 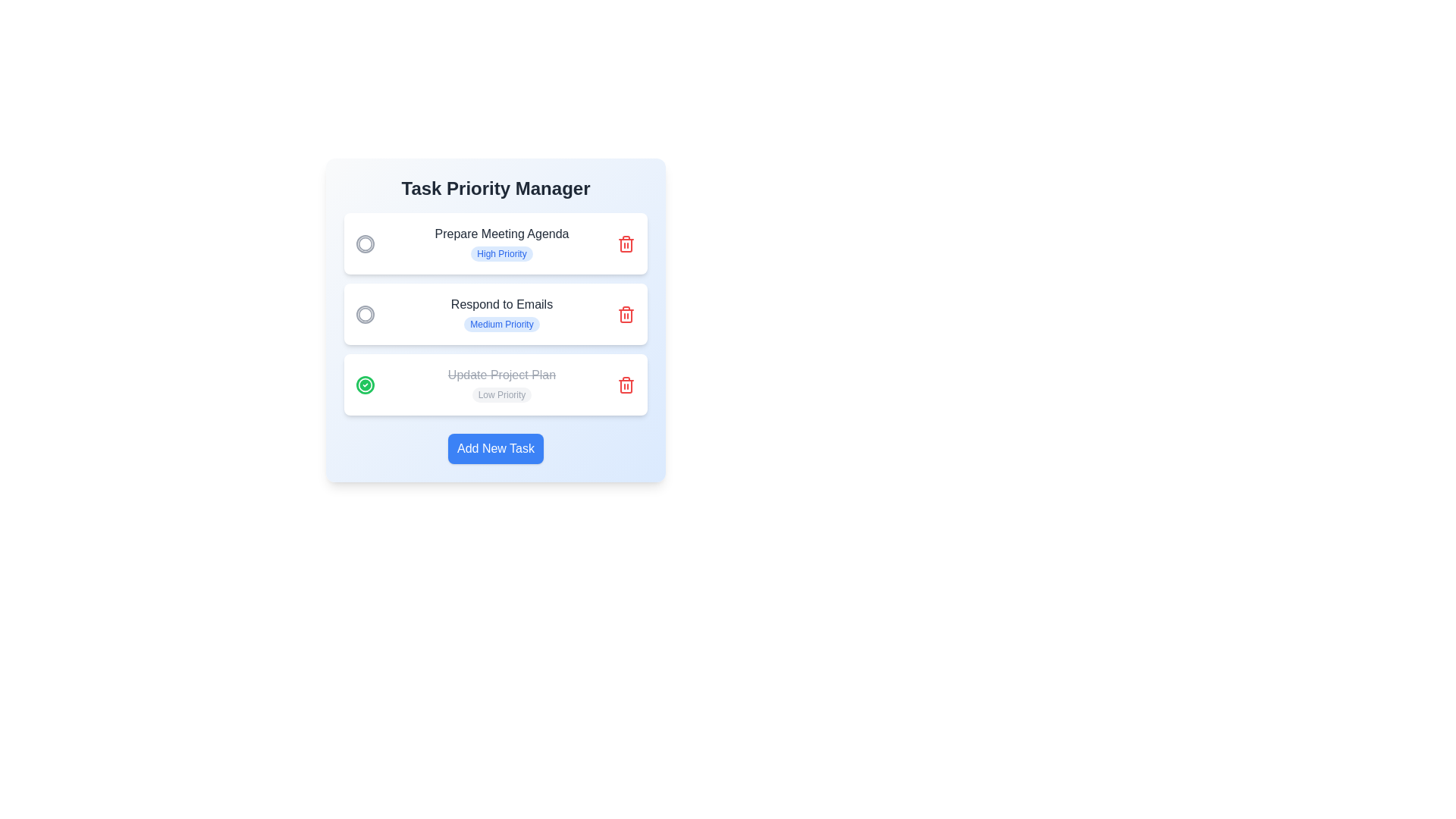 I want to click on the circular indicator icon with a grey border located to the left of the task title 'Respond to Emails' in the second list item of the task list, so click(x=365, y=313).